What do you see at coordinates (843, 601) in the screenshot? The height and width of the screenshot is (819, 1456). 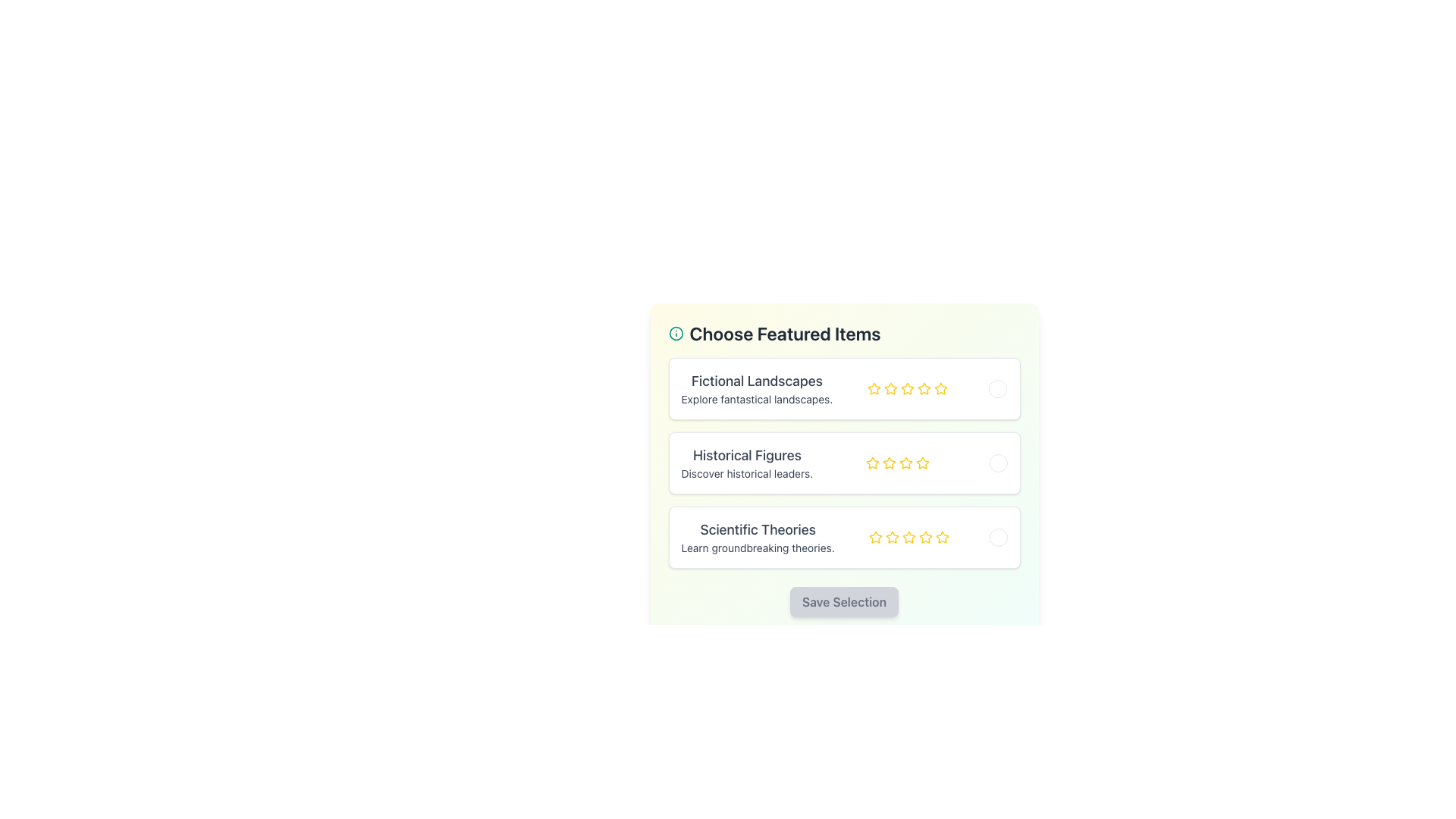 I see `the 'Save Selection' button, which is a rectangular button with rounded corners, light gray background, and darker gray text, located below the 'Choose Featured Items' section` at bounding box center [843, 601].